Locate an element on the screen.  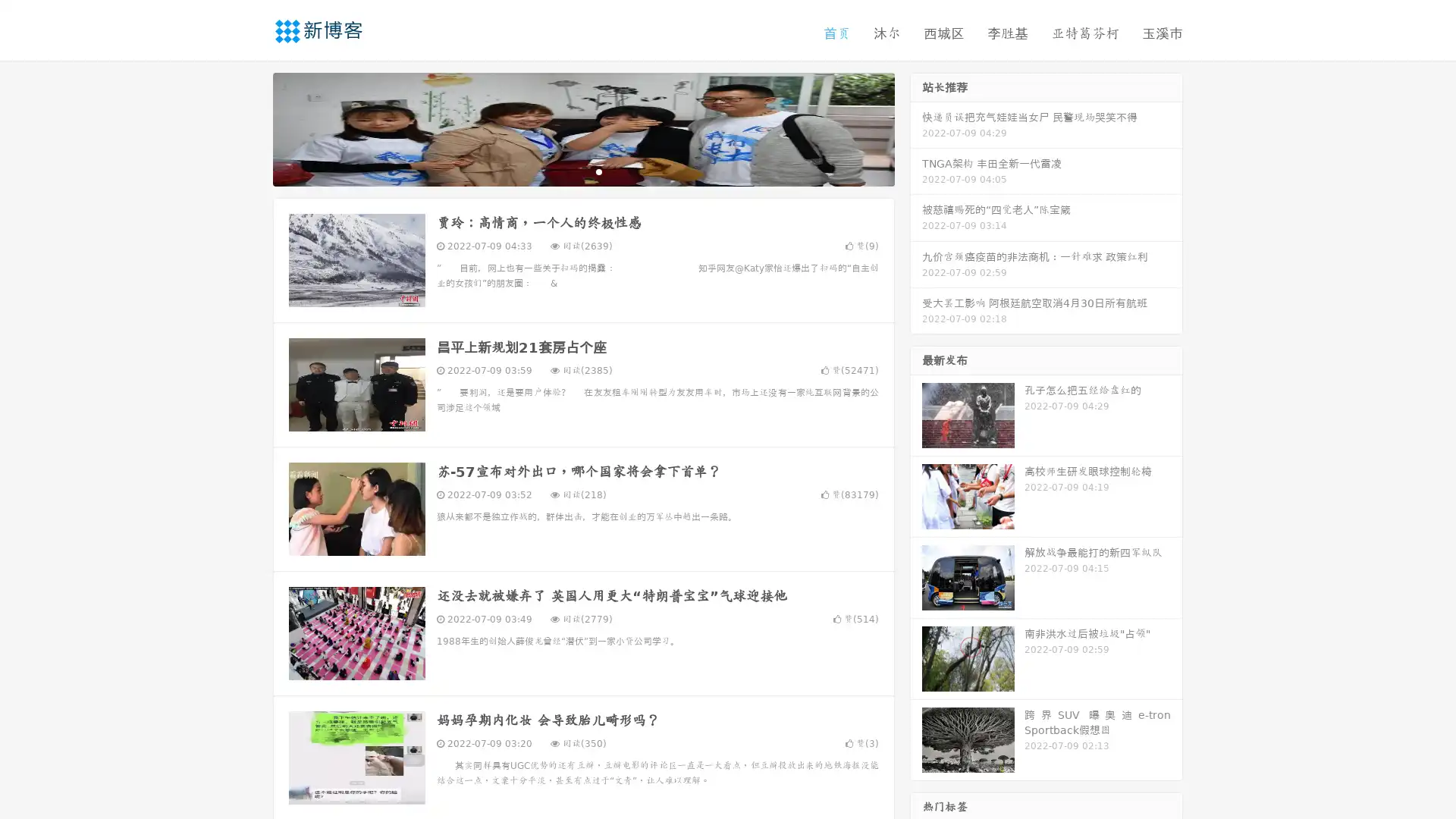
Go to slide 3 is located at coordinates (598, 171).